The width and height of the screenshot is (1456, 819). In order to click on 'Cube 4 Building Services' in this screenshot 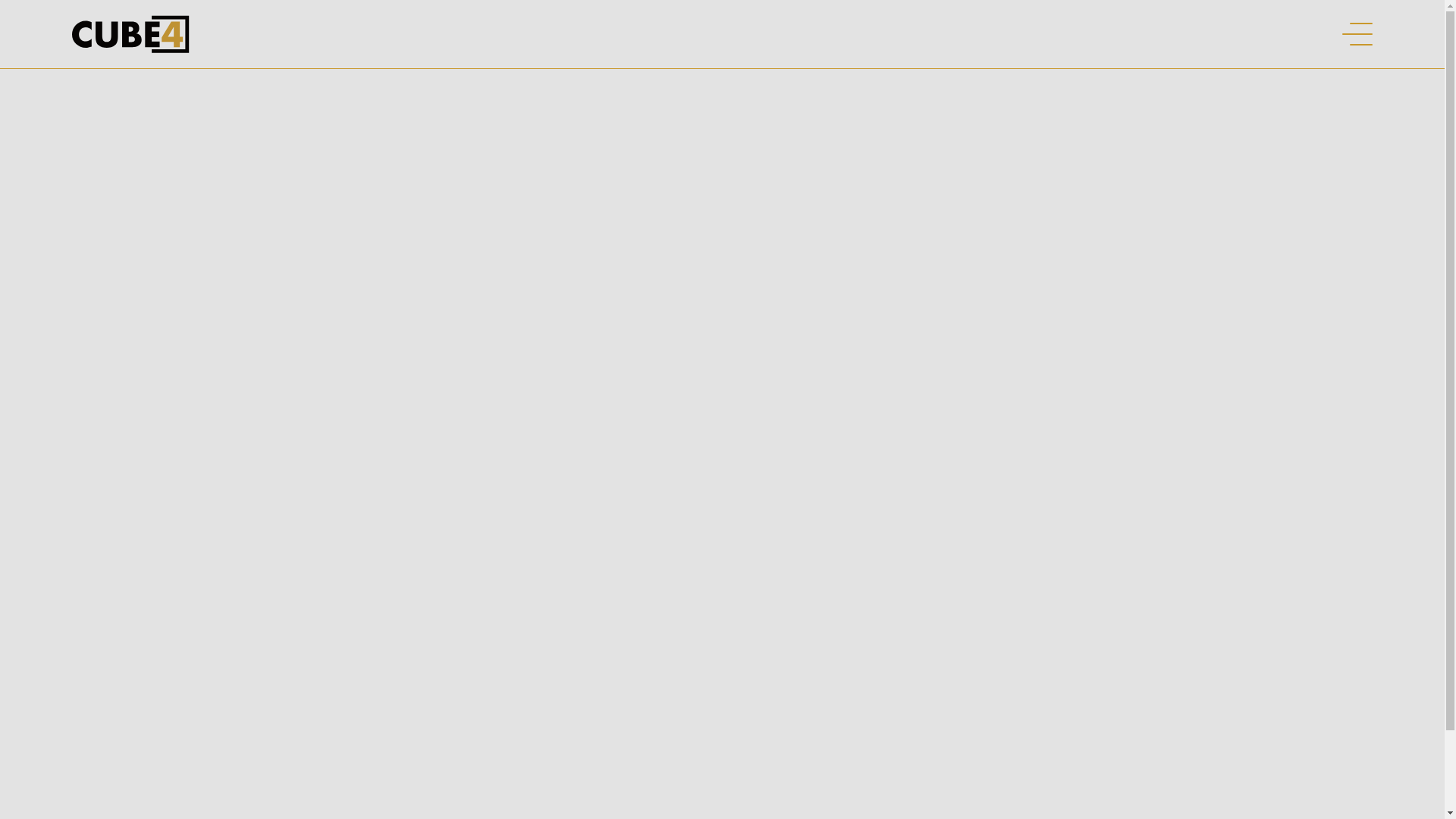, I will do `click(130, 34)`.